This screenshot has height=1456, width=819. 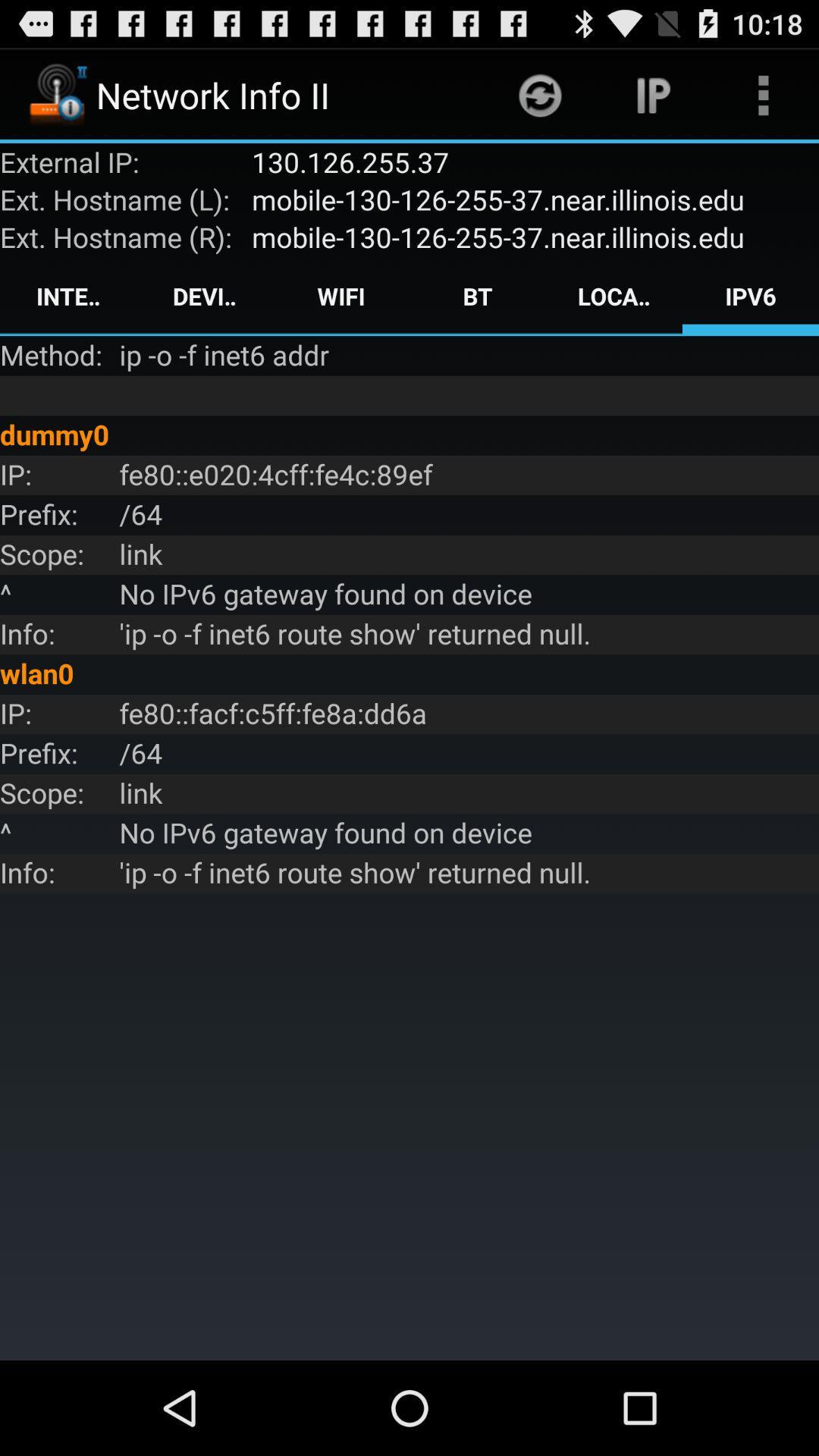 I want to click on app above the ip o f app, so click(x=614, y=296).